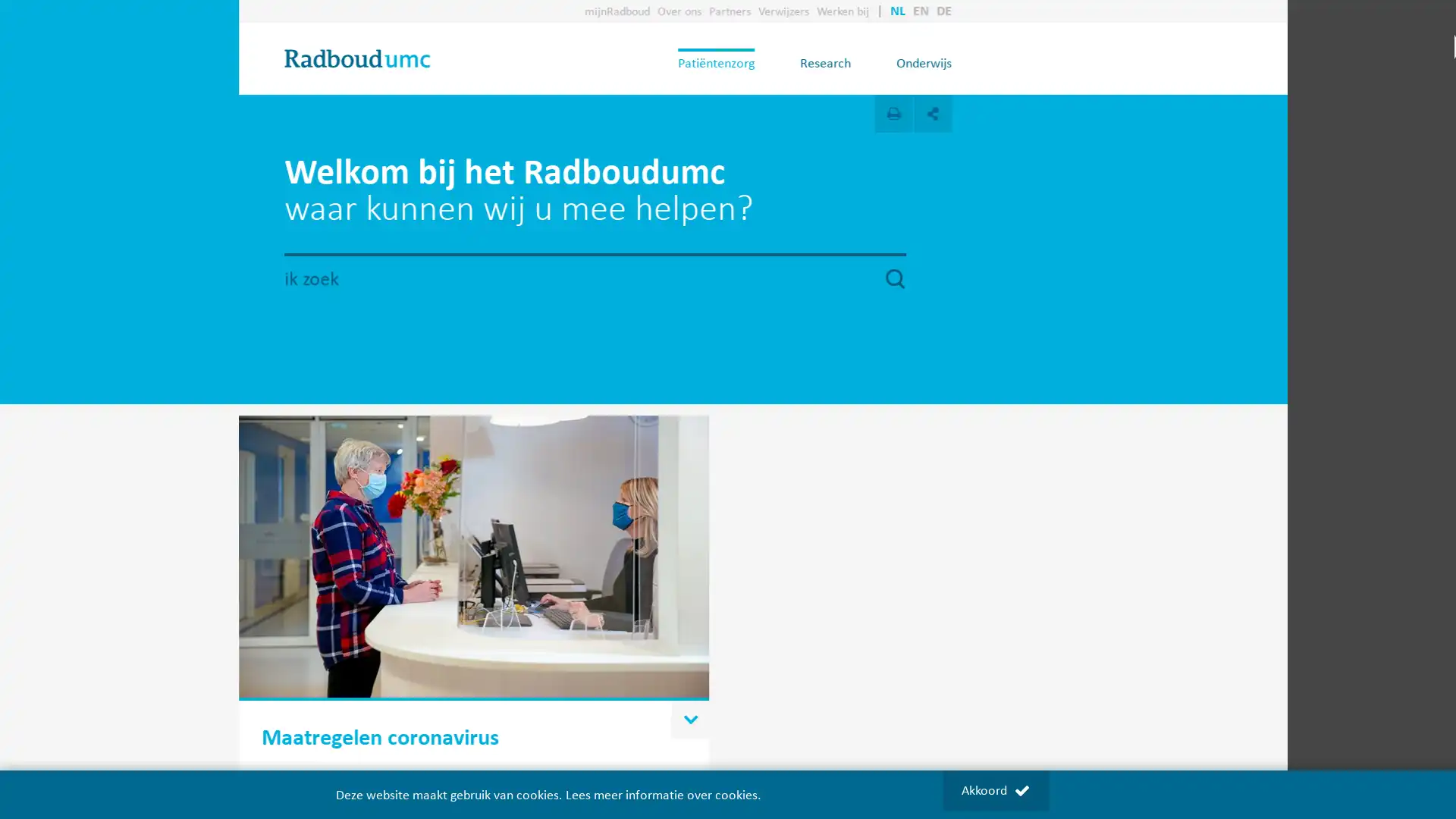 The image size is (1456, 819). I want to click on D ga terug naar vorige stap, so click(949, 99).